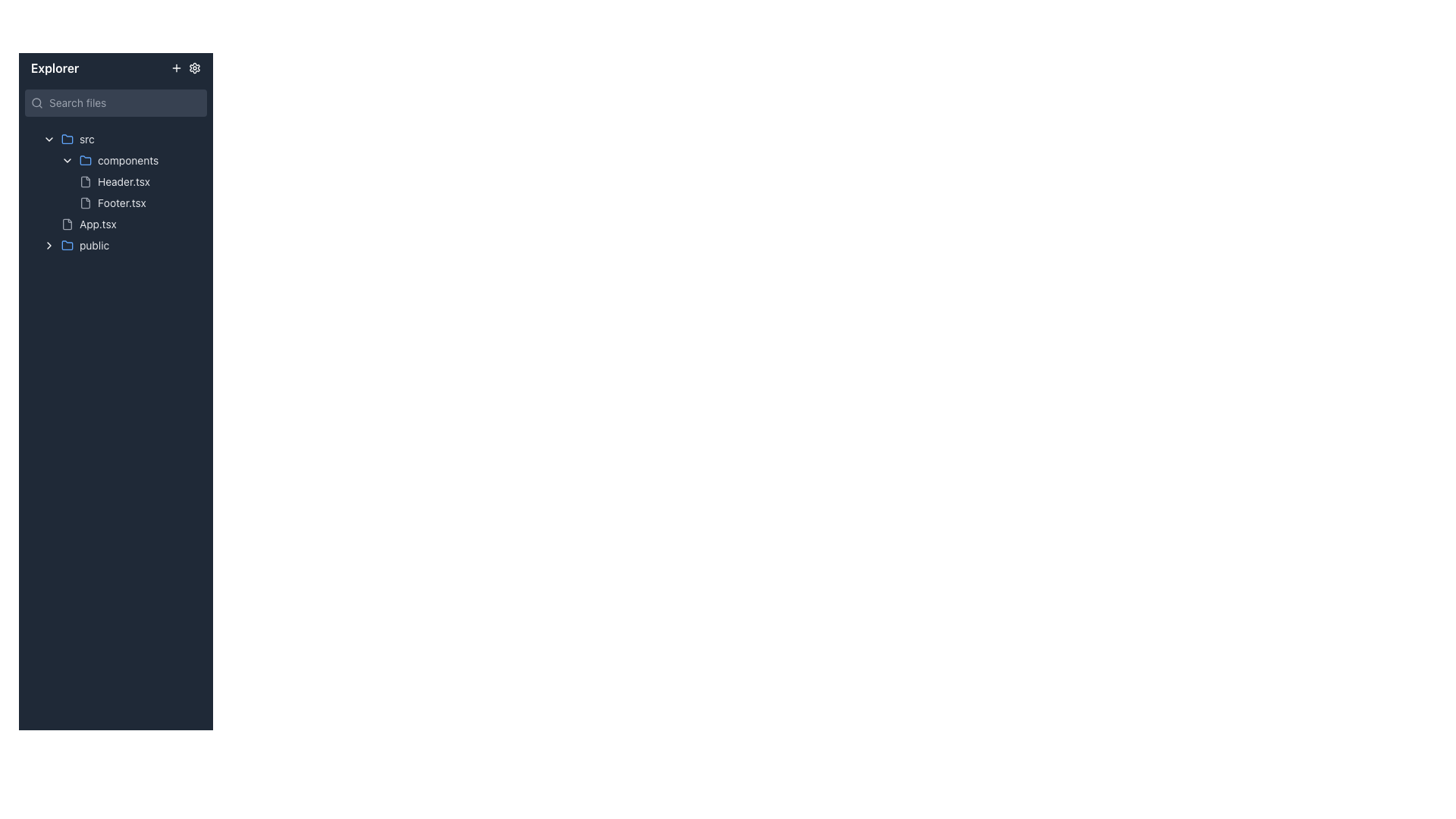 The height and width of the screenshot is (819, 1456). Describe the element at coordinates (122, 180) in the screenshot. I see `the 'Header.tsx' text label representing a file` at that location.